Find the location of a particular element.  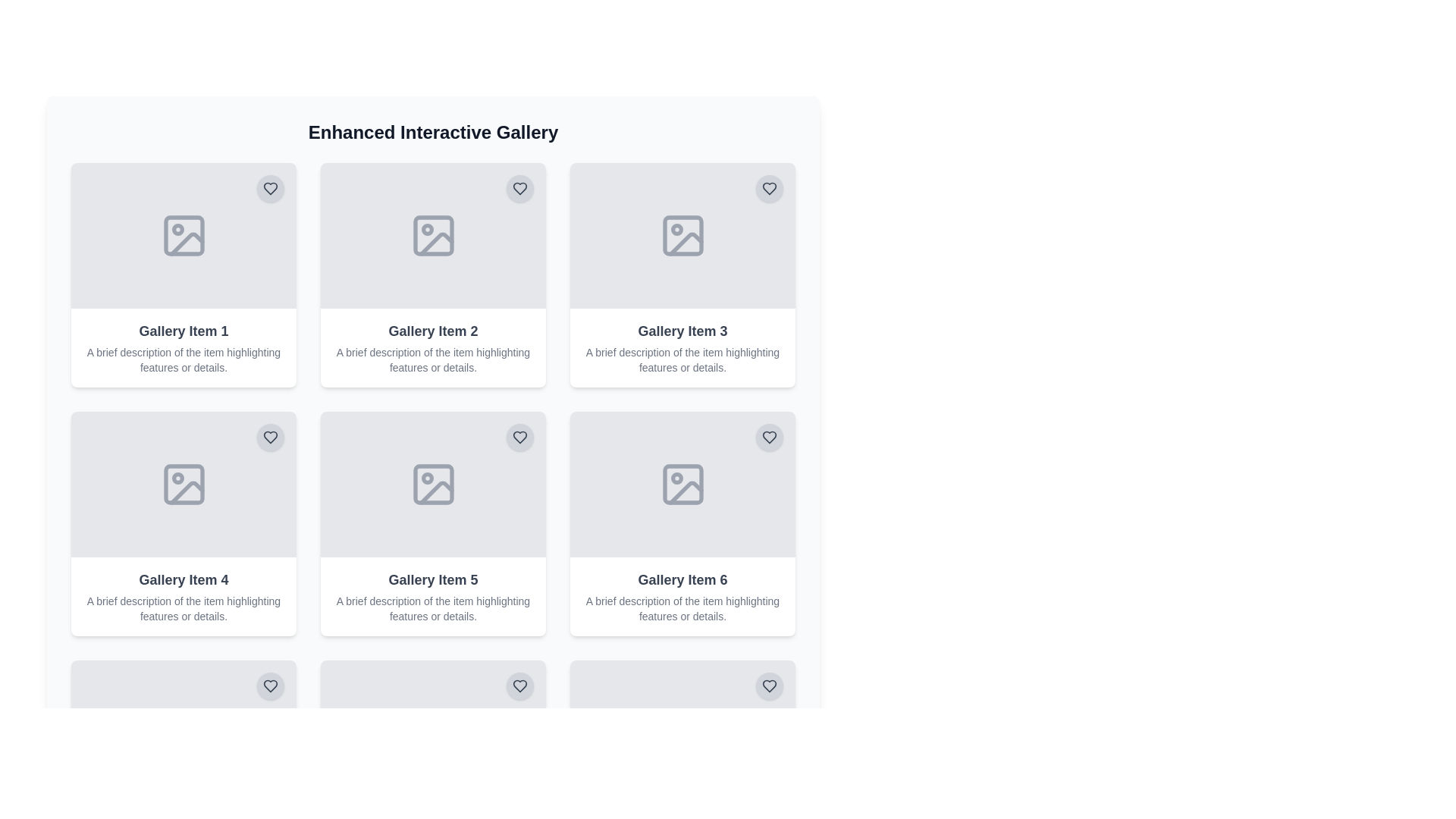

the circular decorative element located within the fifth gallery item in the second row and middle column of the grid is located at coordinates (426, 479).